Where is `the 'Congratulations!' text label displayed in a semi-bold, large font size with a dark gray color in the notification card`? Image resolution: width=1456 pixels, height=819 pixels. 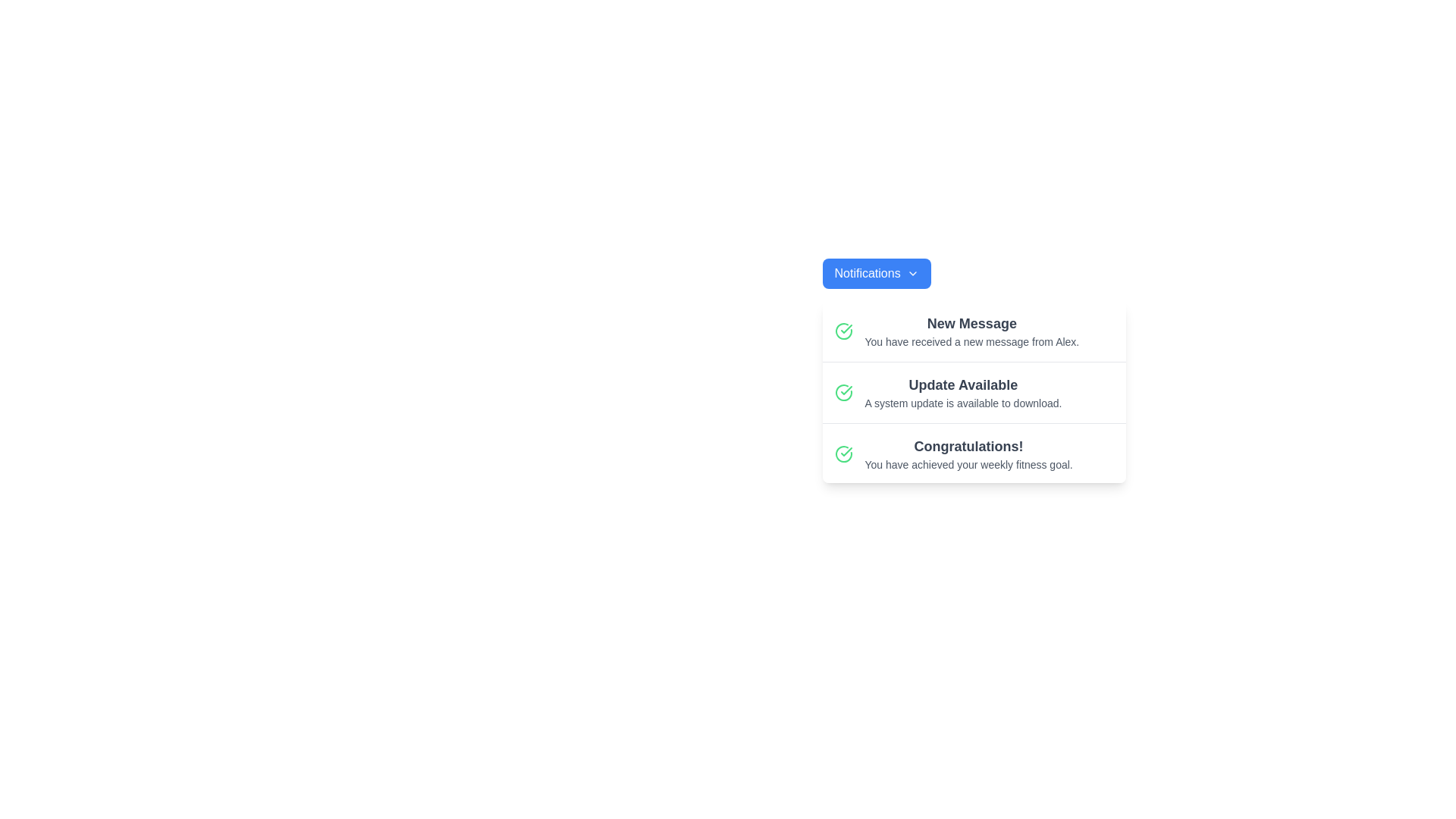
the 'Congratulations!' text label displayed in a semi-bold, large font size with a dark gray color in the notification card is located at coordinates (968, 446).